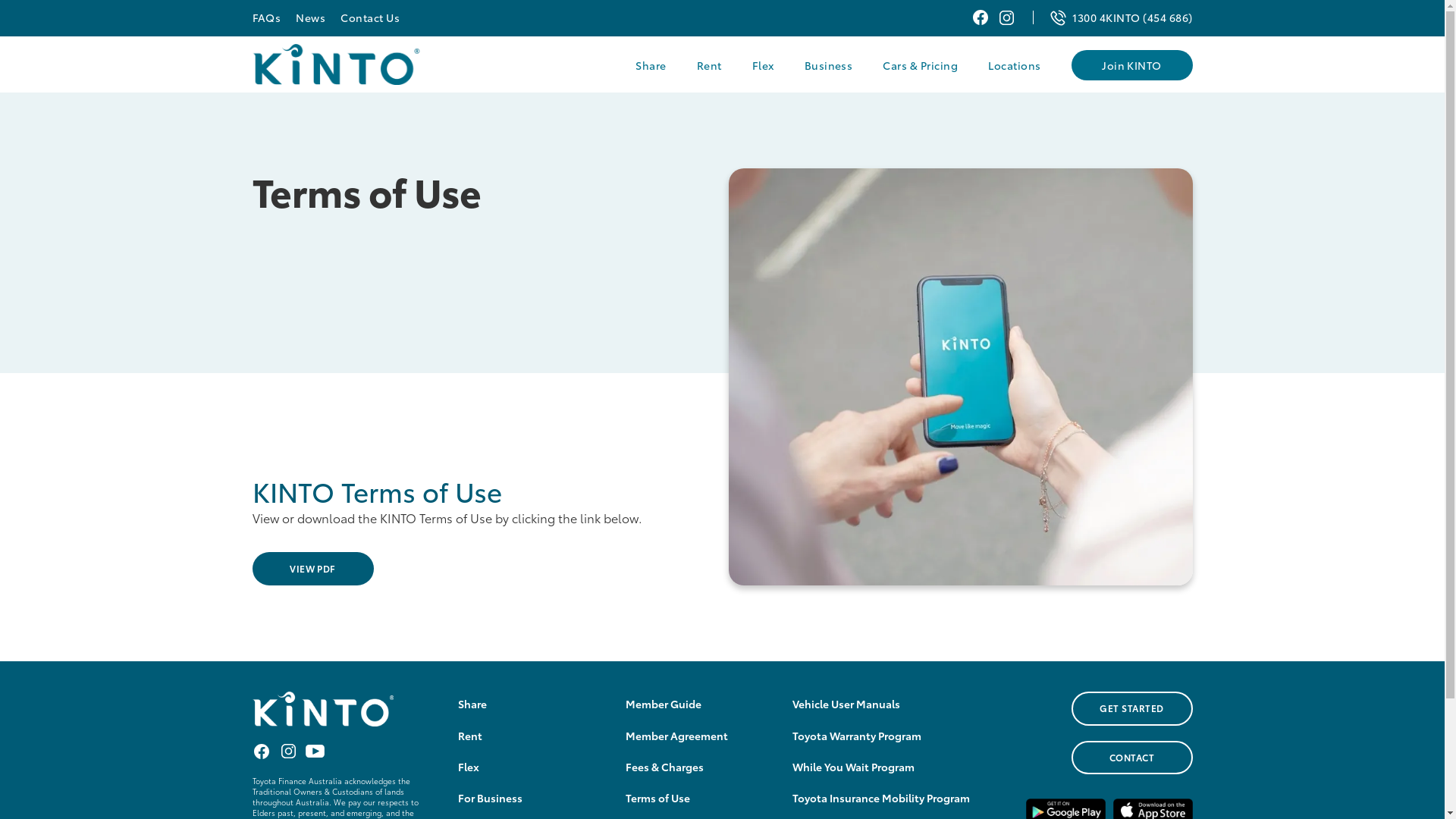 Image resolution: width=1456 pixels, height=819 pixels. Describe the element at coordinates (620, 64) in the screenshot. I see `'Share'` at that location.